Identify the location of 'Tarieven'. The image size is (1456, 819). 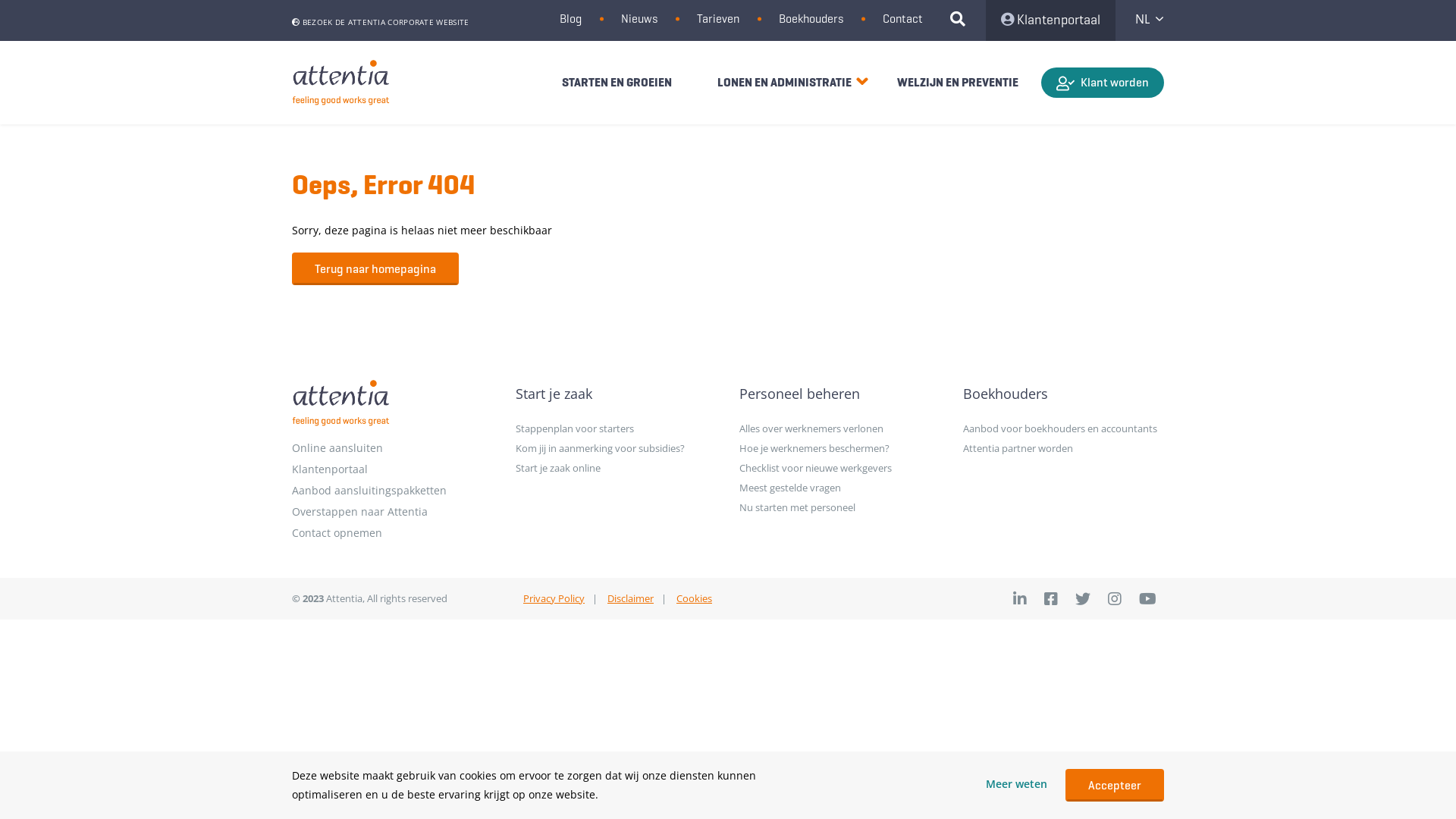
(717, 18).